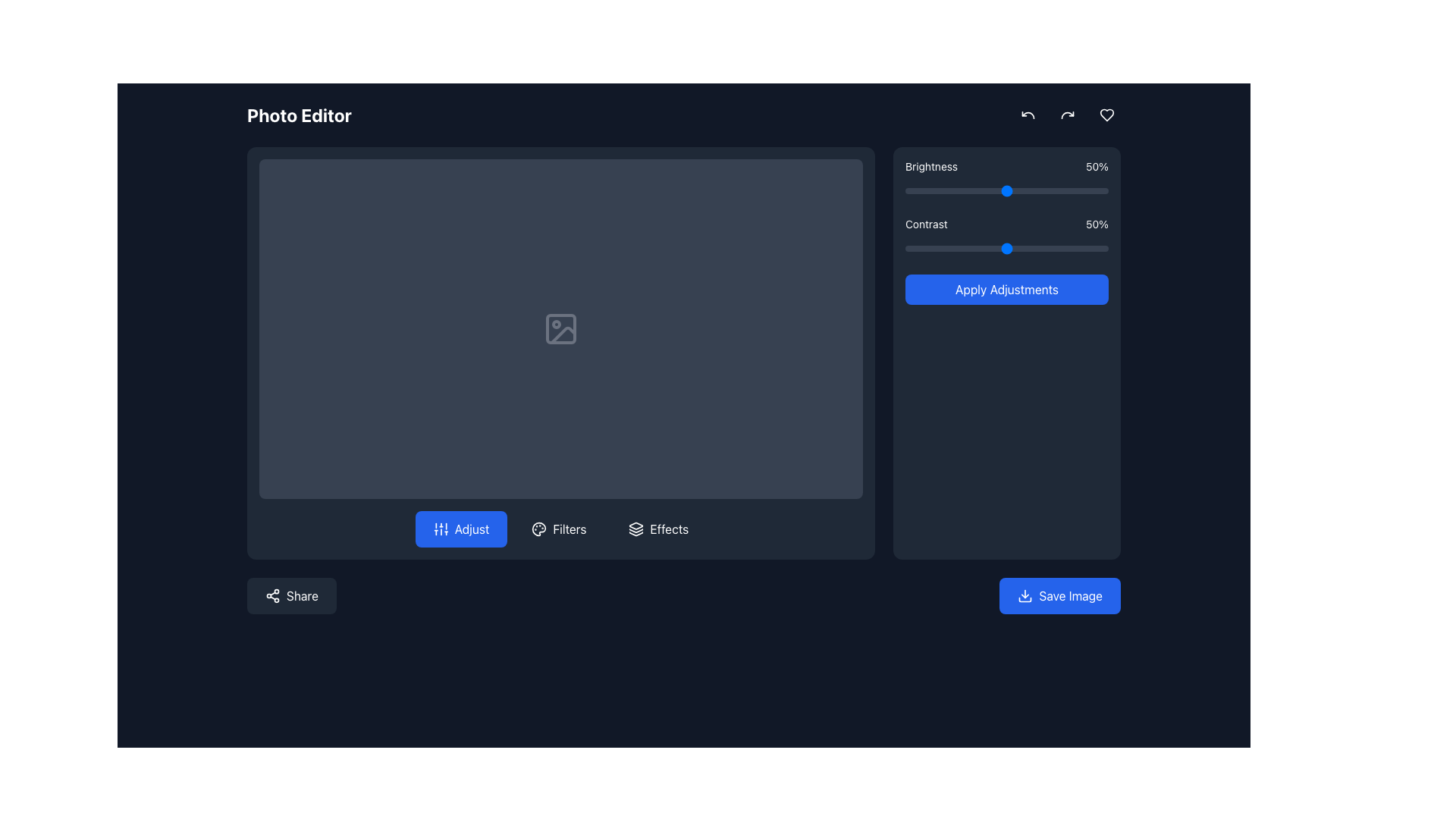 This screenshot has width=1456, height=819. Describe the element at coordinates (1007, 247) in the screenshot. I see `the thumb of the horizontal contrast slider located below the 'Contrast' label and '50%' text` at that location.